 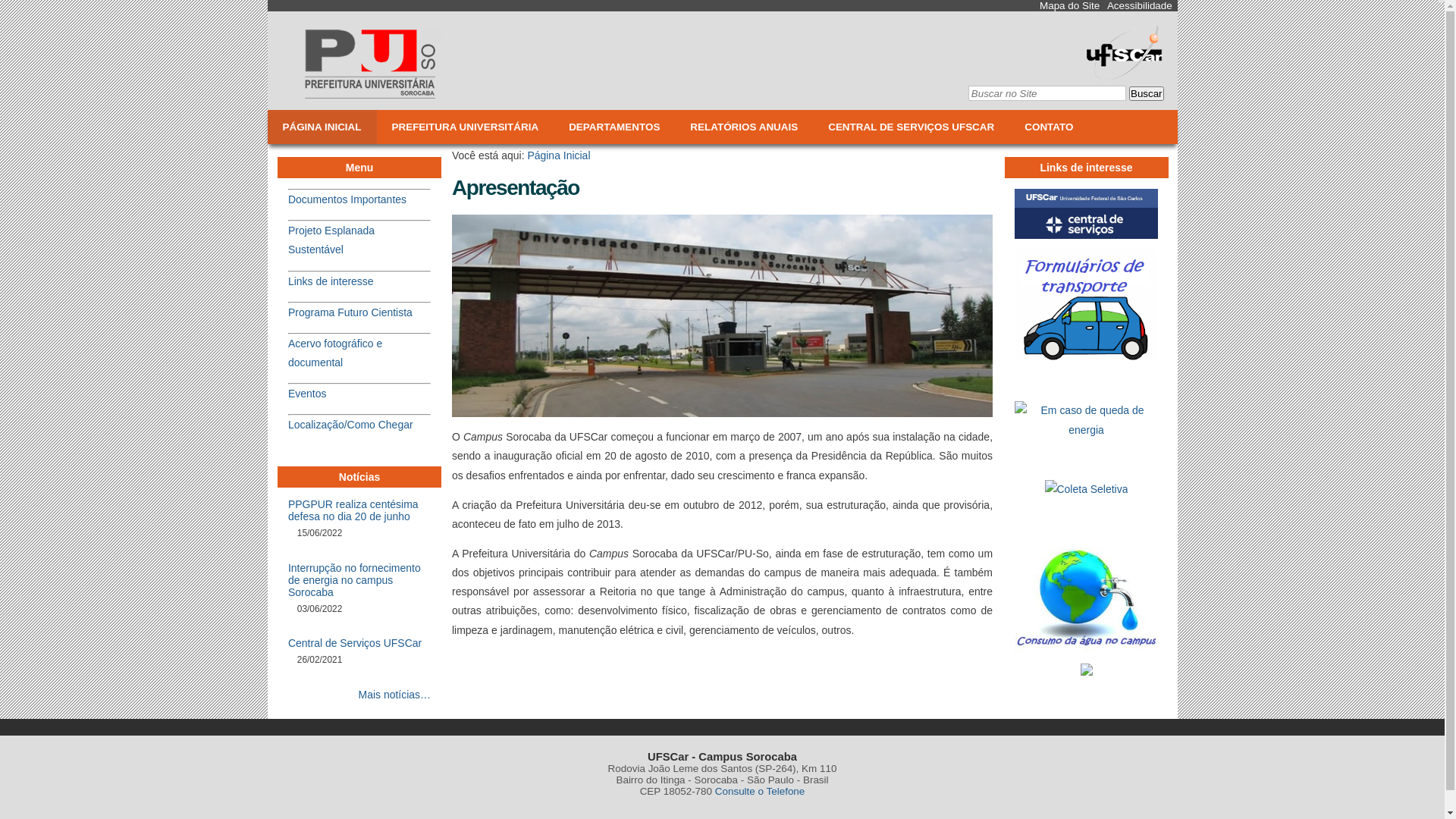 What do you see at coordinates (1139, 5) in the screenshot?
I see `'Acessibilidade'` at bounding box center [1139, 5].